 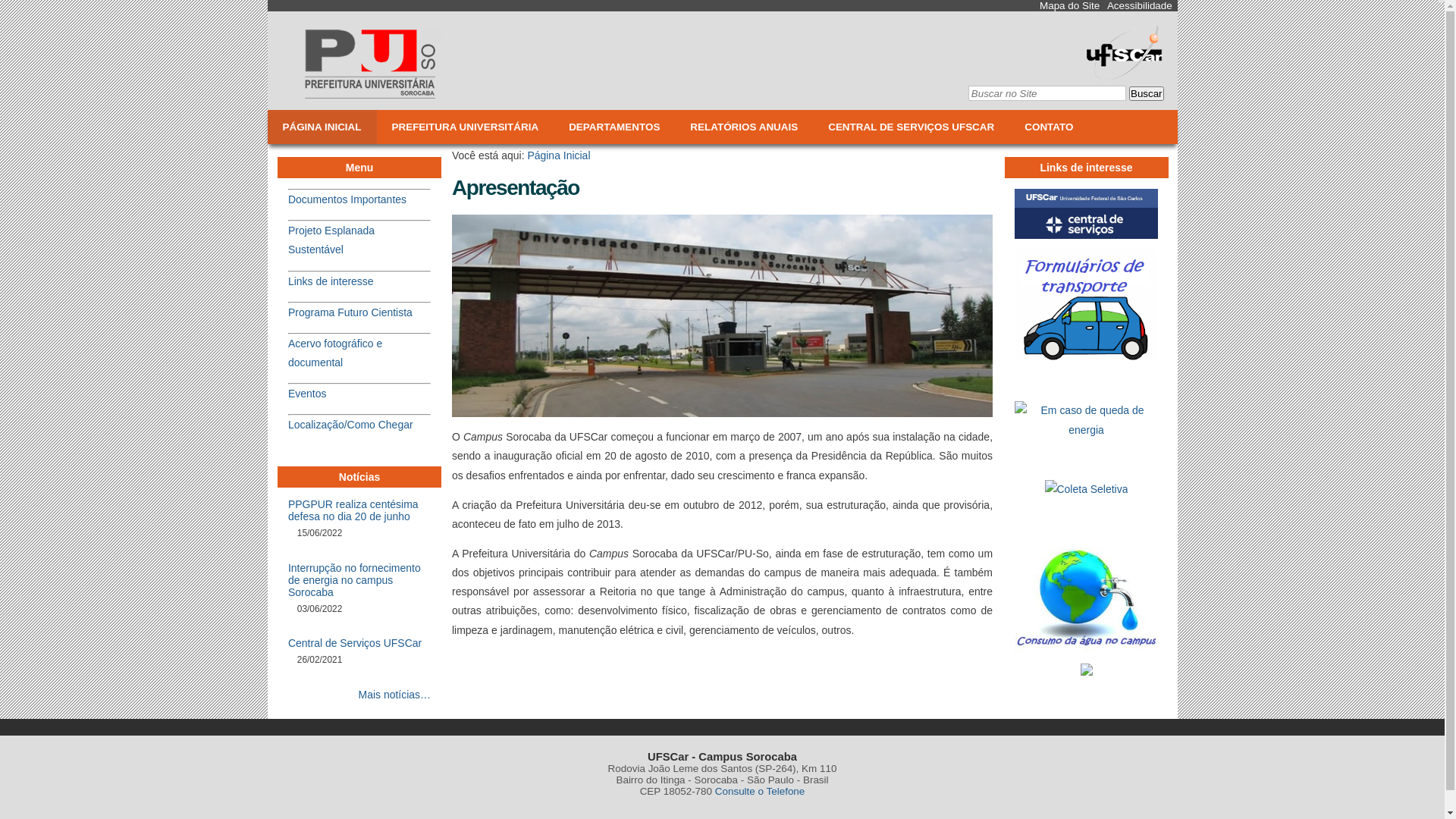 What do you see at coordinates (1139, 5) in the screenshot?
I see `'Acessibilidade'` at bounding box center [1139, 5].